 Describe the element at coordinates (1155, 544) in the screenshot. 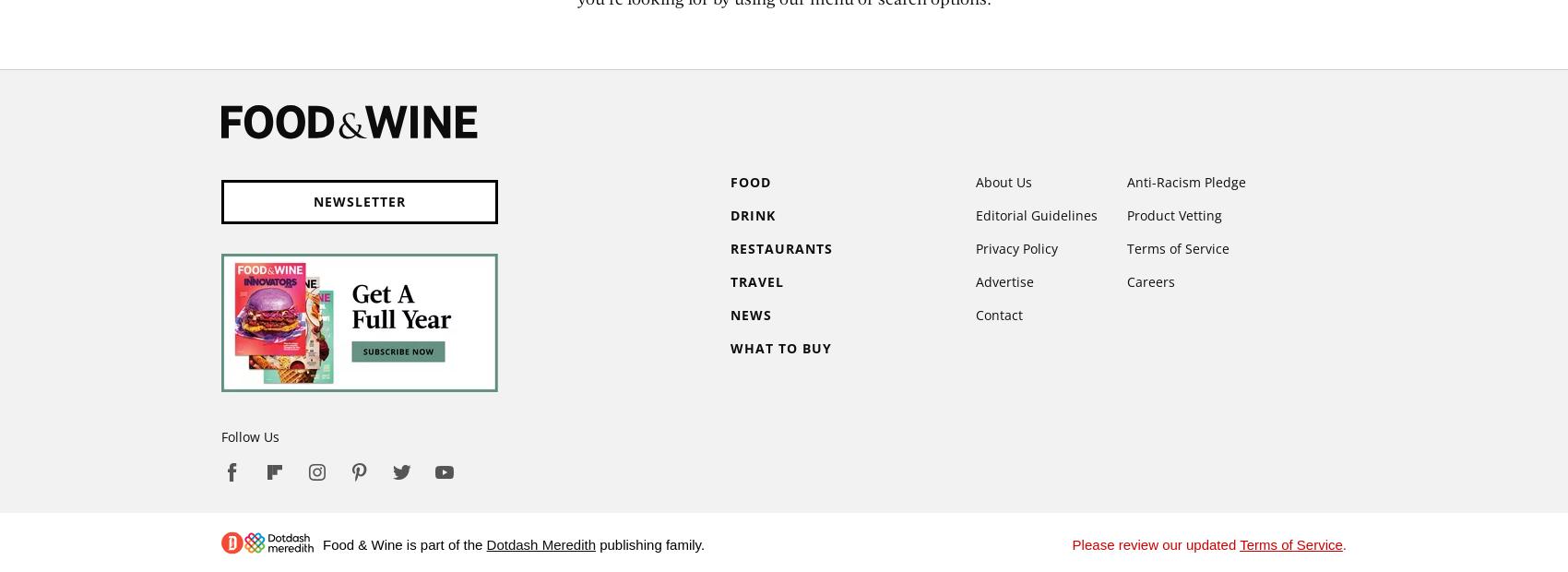

I see `'Please review our updated'` at that location.